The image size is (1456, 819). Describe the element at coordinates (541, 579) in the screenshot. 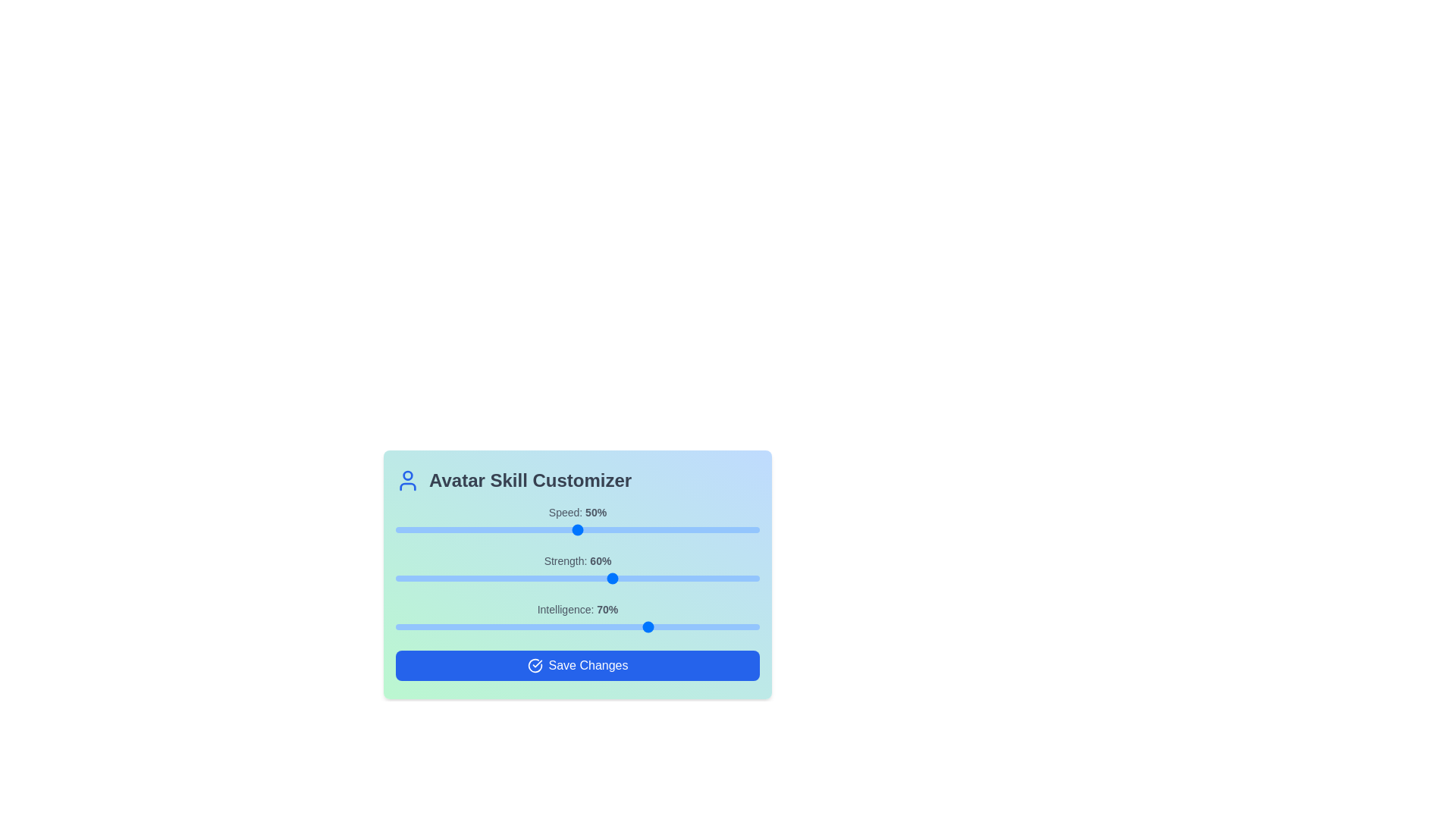

I see `strength` at that location.